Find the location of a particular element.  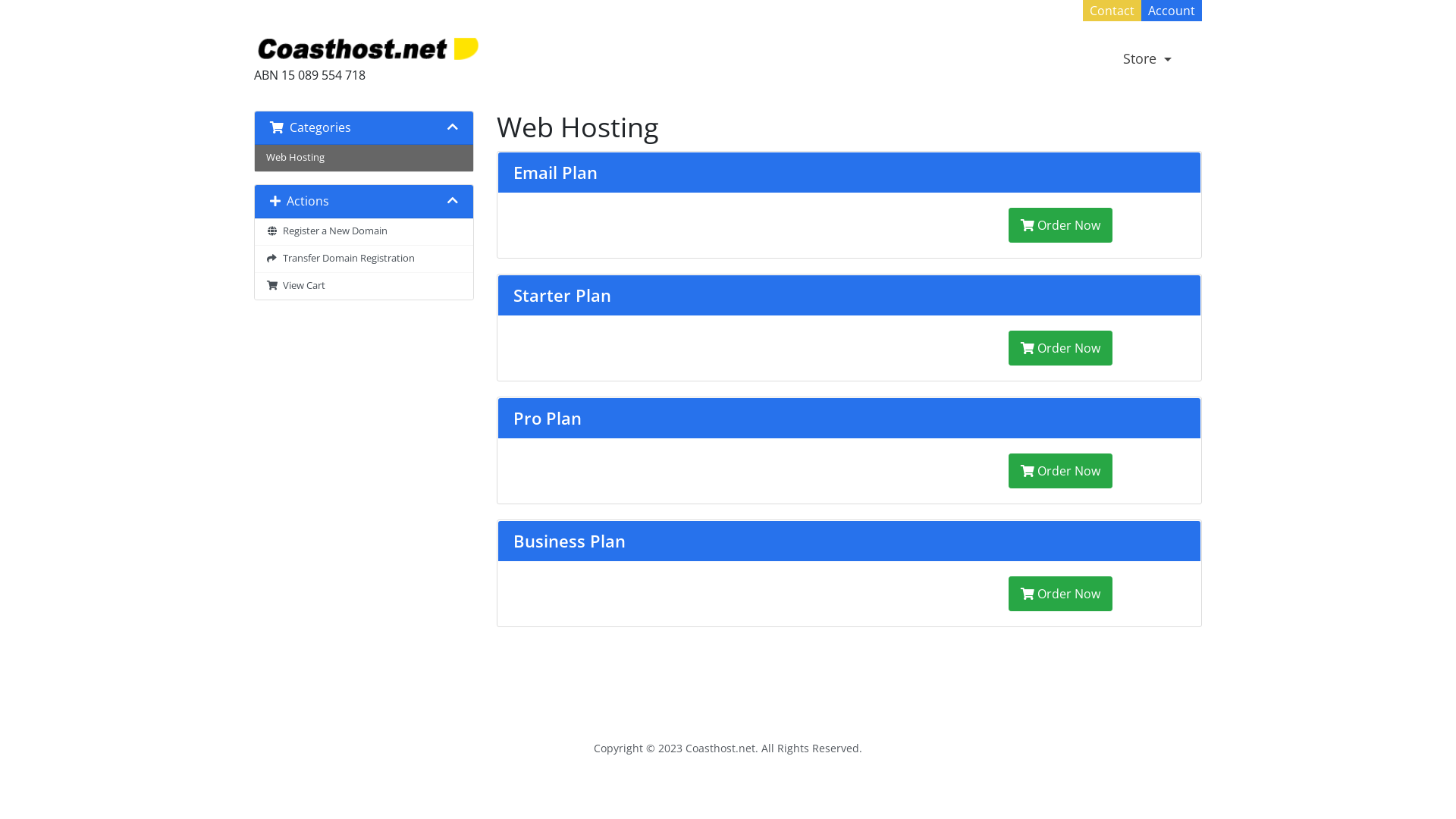

'  Register a New Domain' is located at coordinates (364, 231).